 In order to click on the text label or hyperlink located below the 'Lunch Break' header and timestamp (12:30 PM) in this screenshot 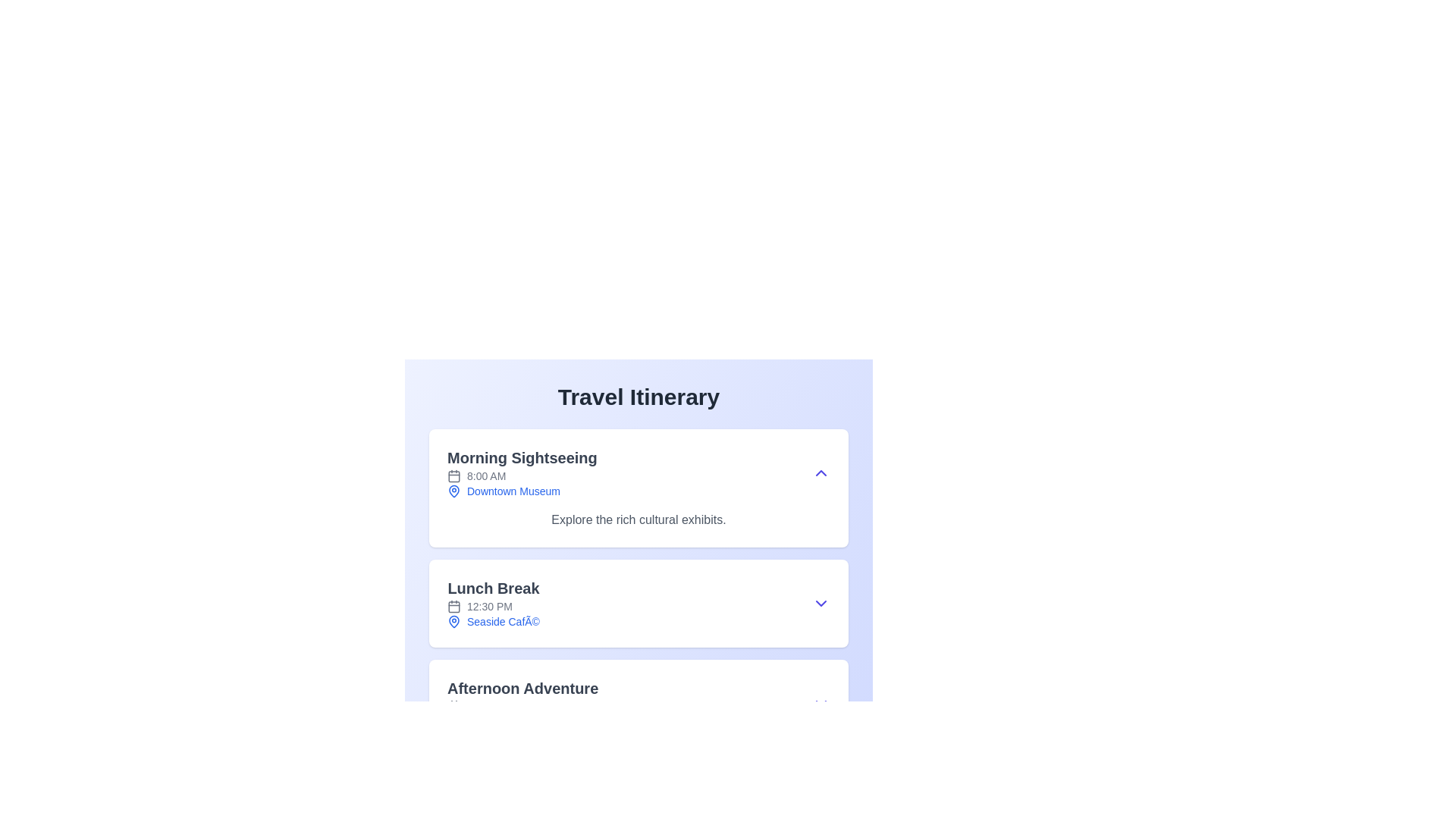, I will do `click(503, 622)`.